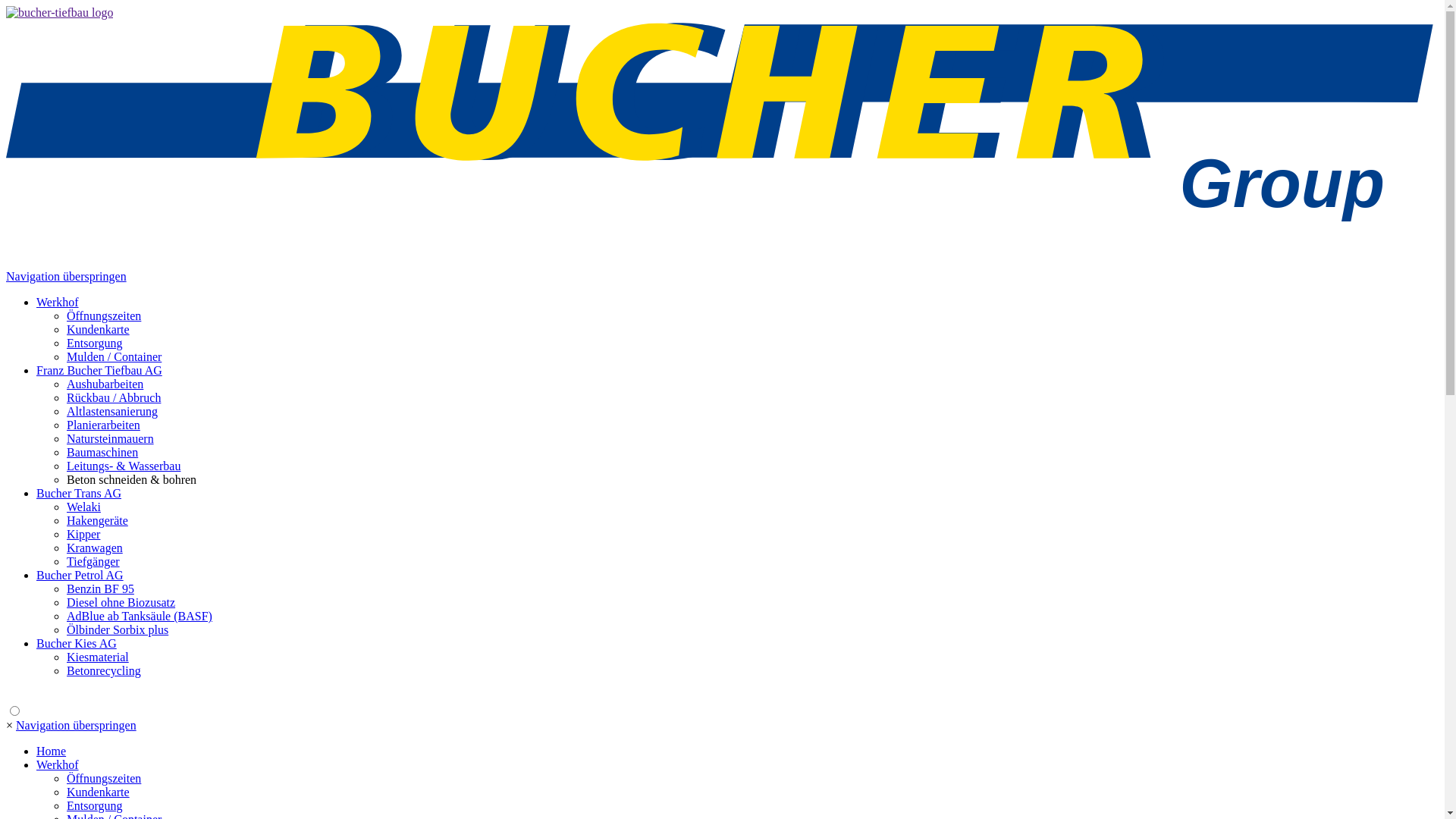 The width and height of the screenshot is (1456, 819). Describe the element at coordinates (124, 465) in the screenshot. I see `'Leitungs- & Wasserbau'` at that location.